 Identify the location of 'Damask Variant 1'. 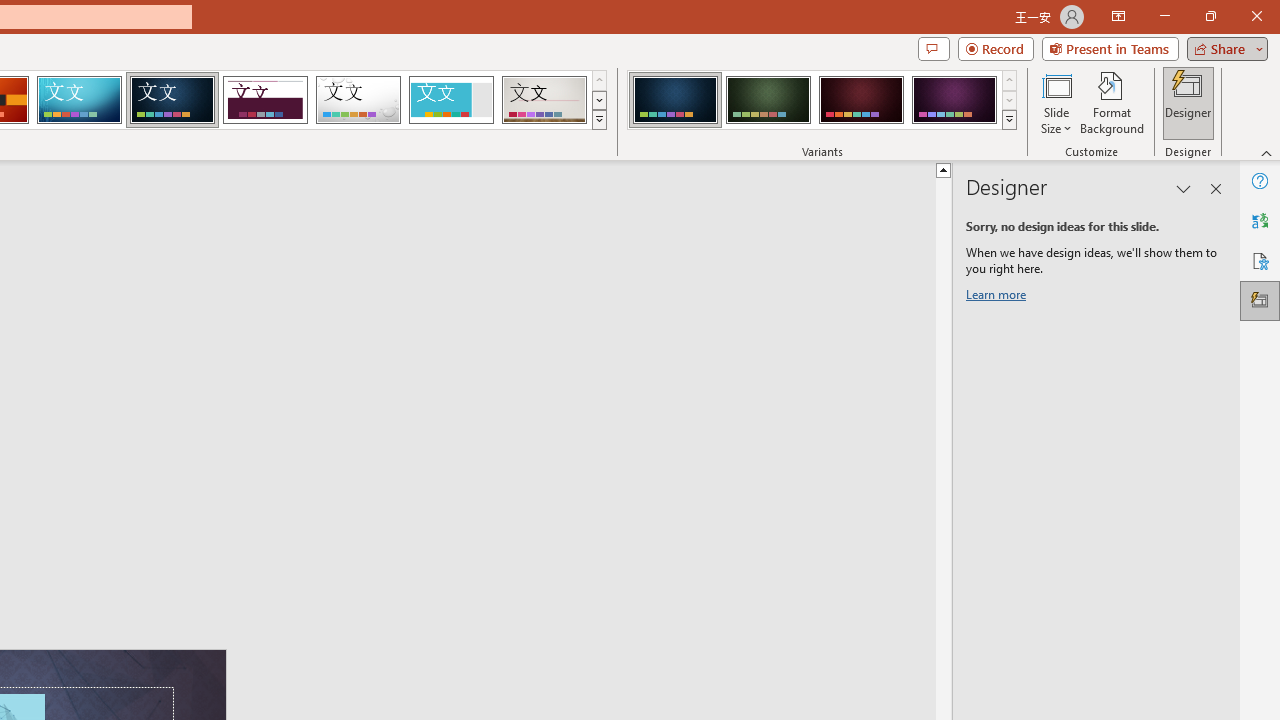
(675, 100).